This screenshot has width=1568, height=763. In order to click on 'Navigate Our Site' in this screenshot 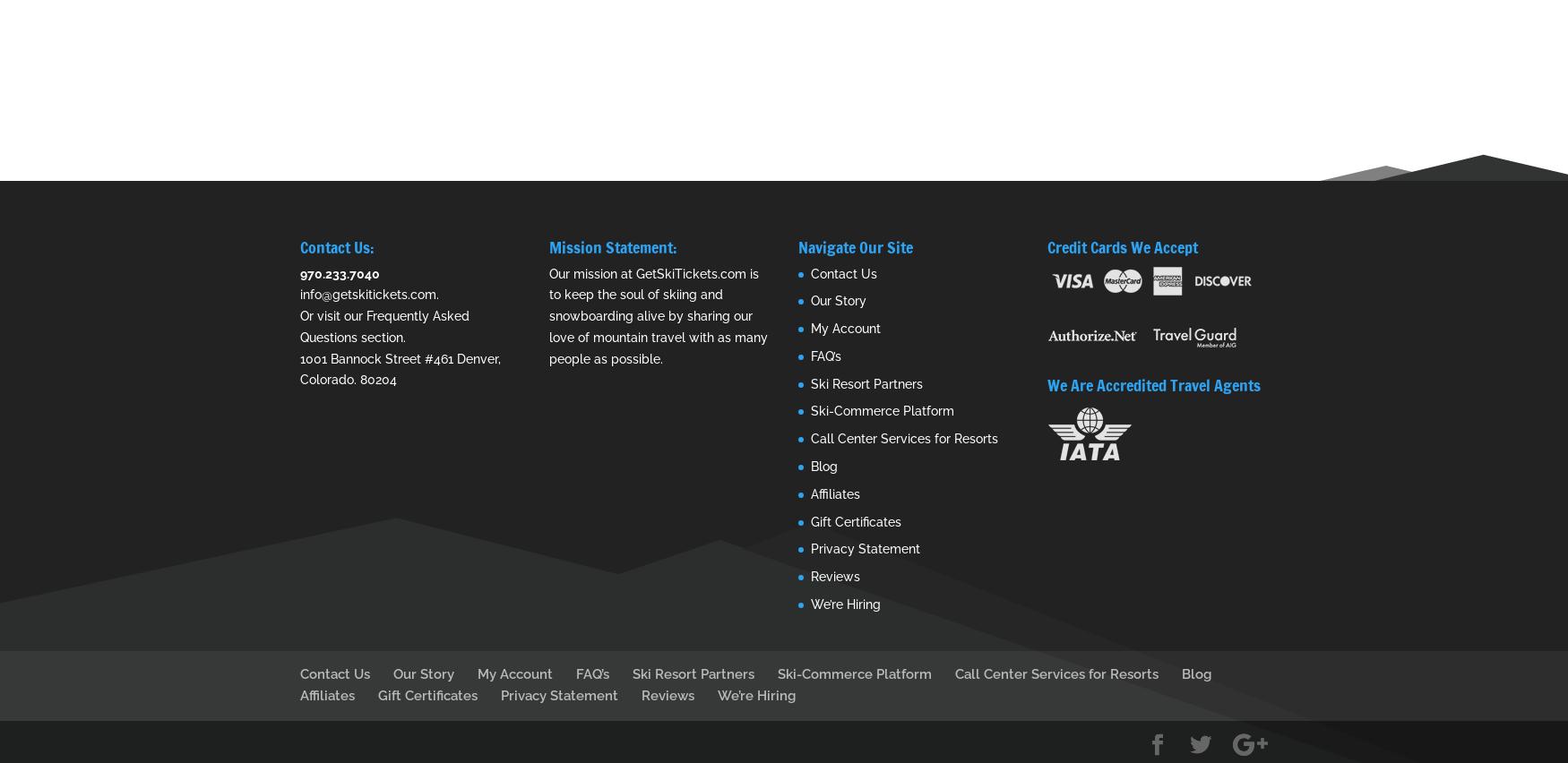, I will do `click(855, 246)`.